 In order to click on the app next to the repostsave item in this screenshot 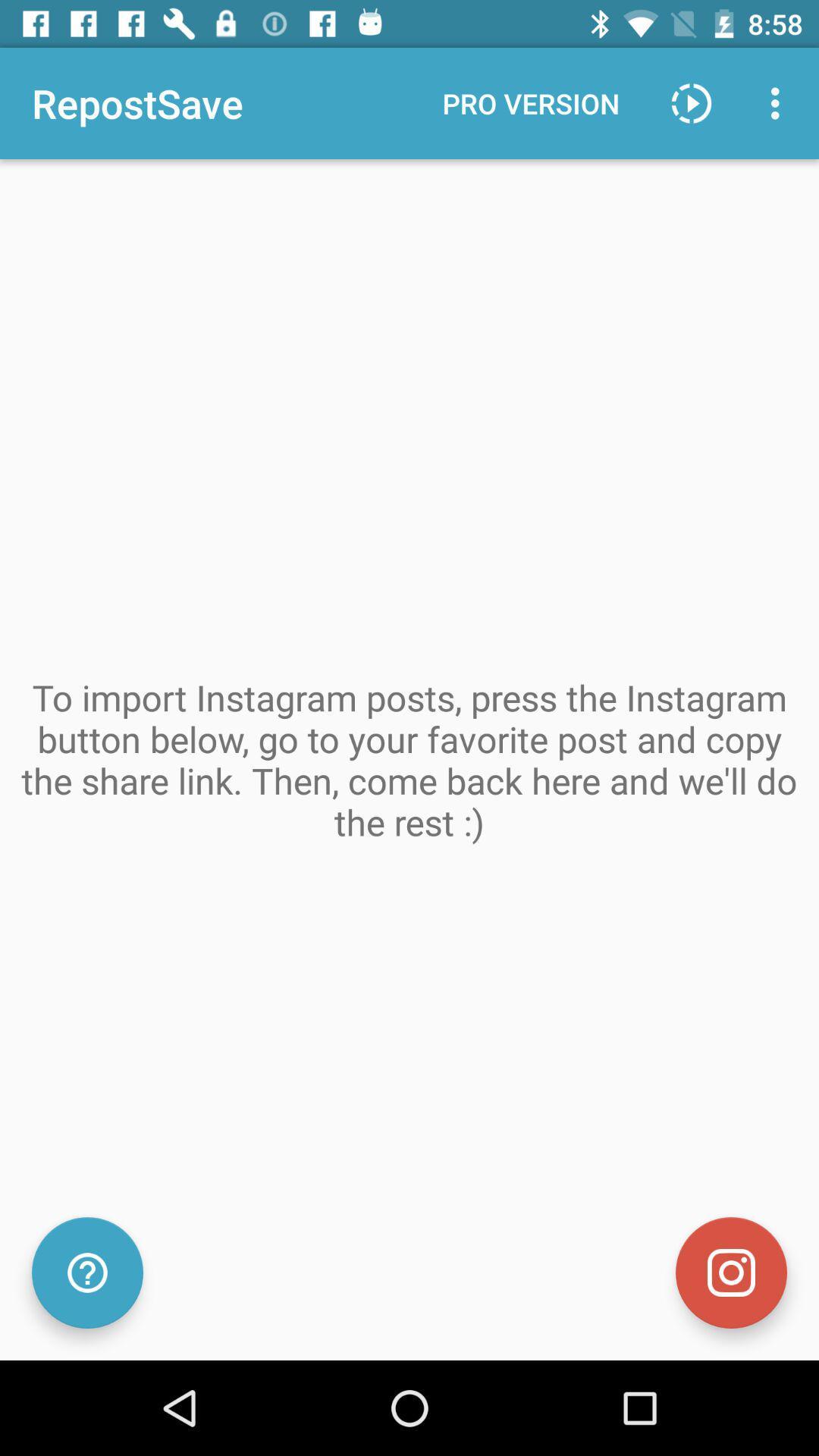, I will do `click(530, 102)`.